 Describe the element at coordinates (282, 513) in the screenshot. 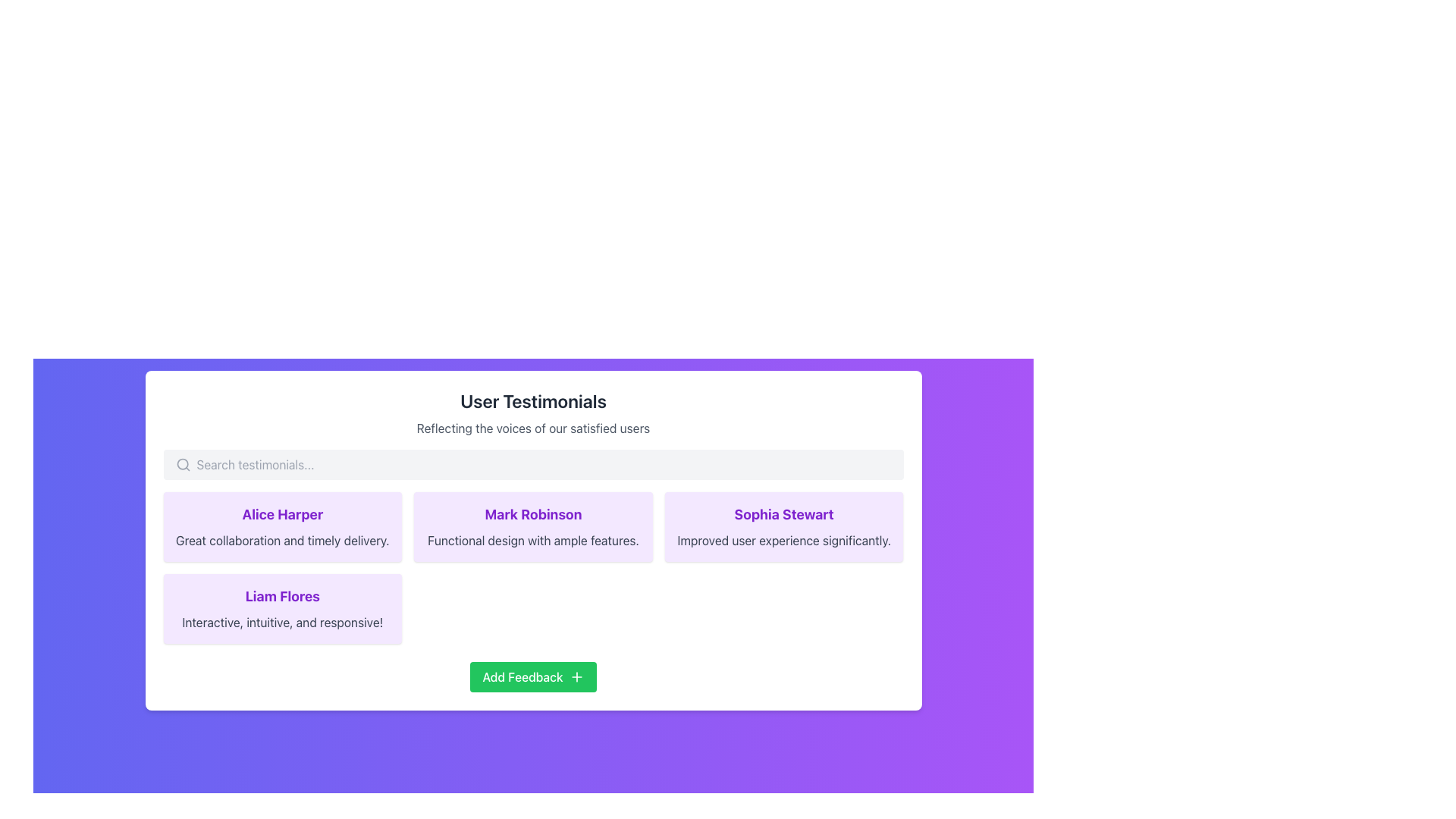

I see `the text label indicating the name of the individual who provided the testimonial, located at the top-left of the first testimonial card` at that location.